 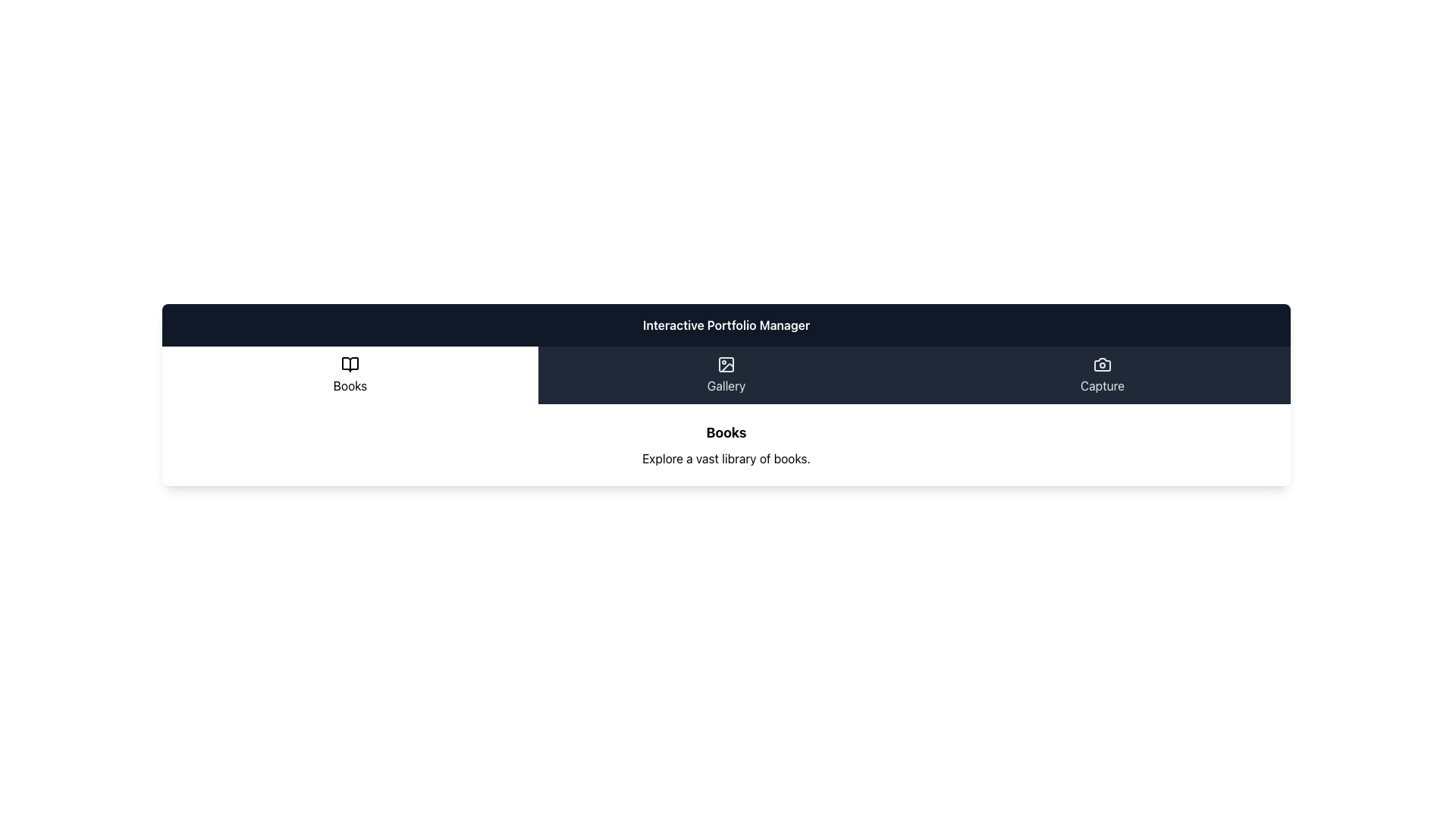 I want to click on the 'Capture' button with a dark background and light text, so click(x=1103, y=375).